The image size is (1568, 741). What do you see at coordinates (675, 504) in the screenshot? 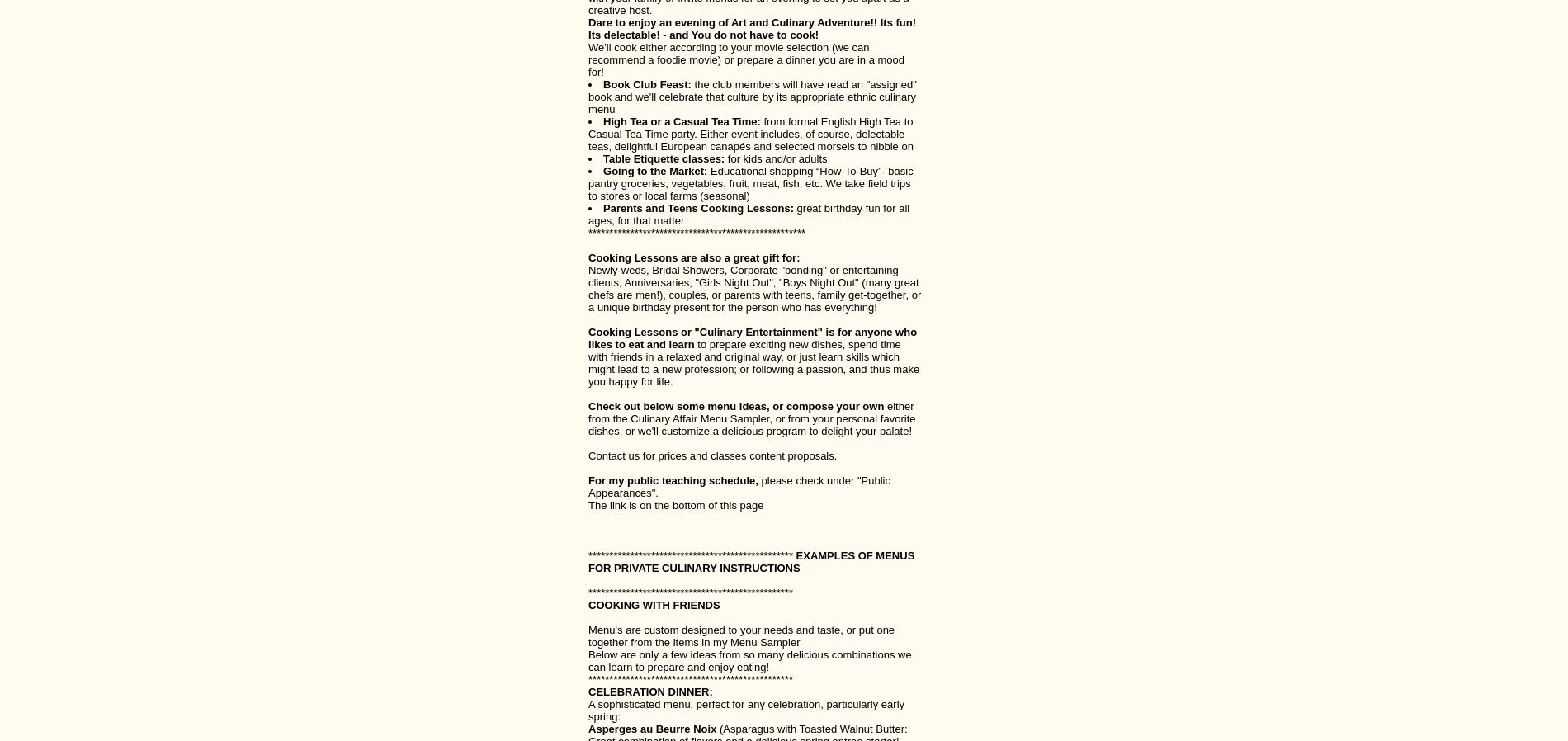
I see `'The link is on the bottom of this page'` at bounding box center [675, 504].